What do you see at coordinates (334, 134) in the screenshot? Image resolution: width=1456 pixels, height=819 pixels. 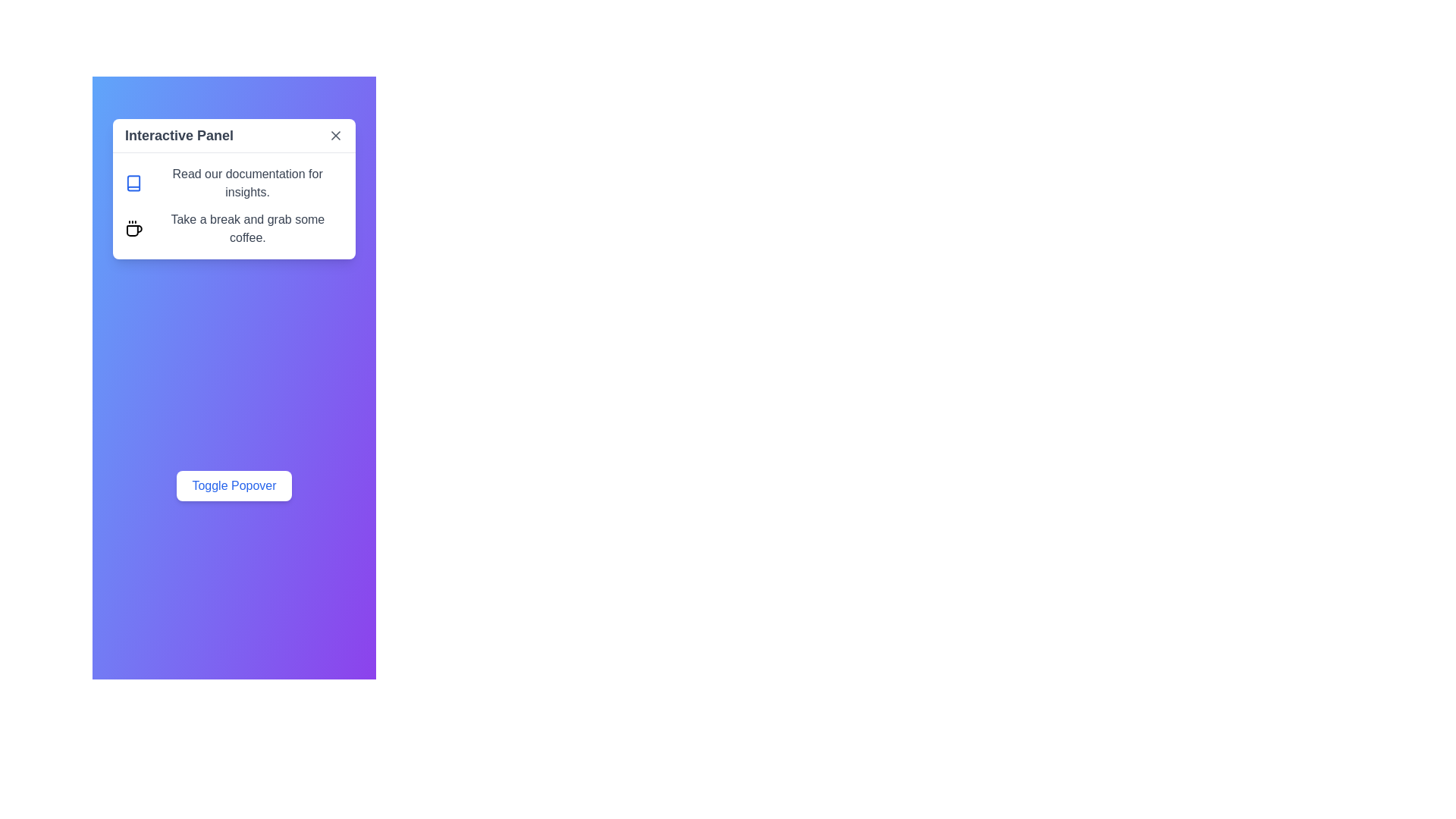 I see `the dismiss button located in the top right corner of the 'Interactive Panel'` at bounding box center [334, 134].